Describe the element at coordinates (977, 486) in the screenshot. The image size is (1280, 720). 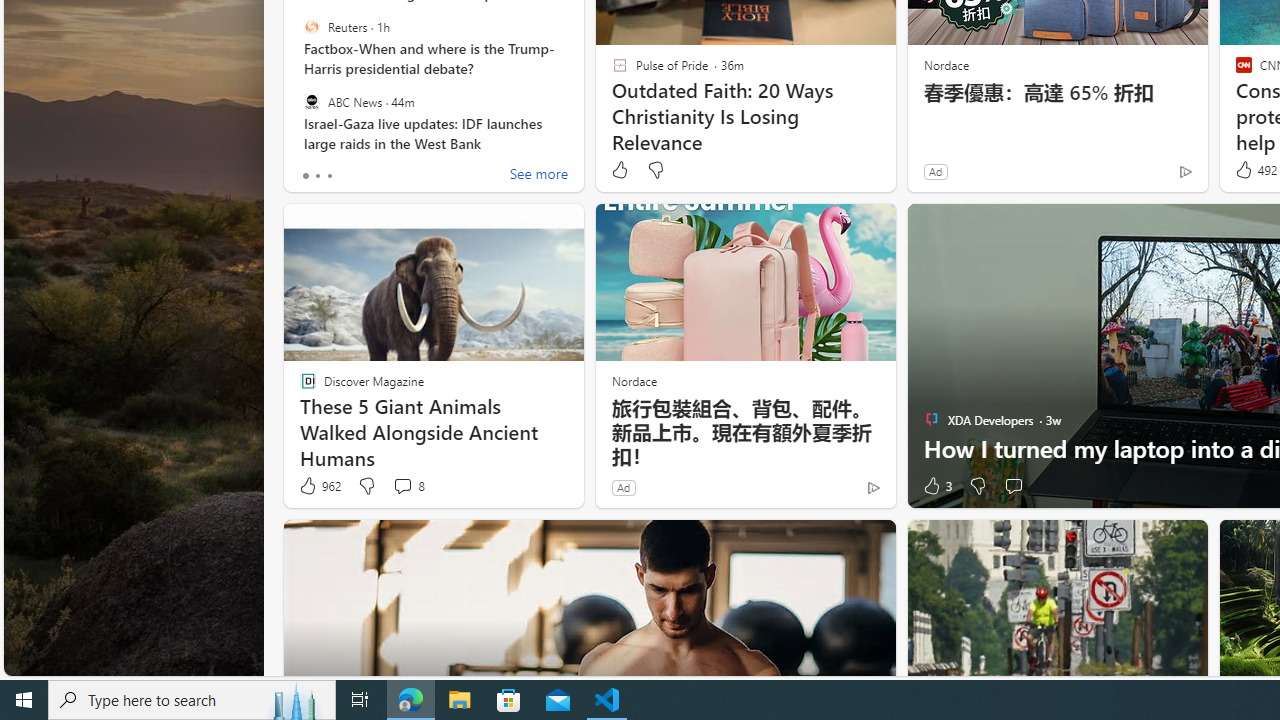
I see `'Dislike'` at that location.